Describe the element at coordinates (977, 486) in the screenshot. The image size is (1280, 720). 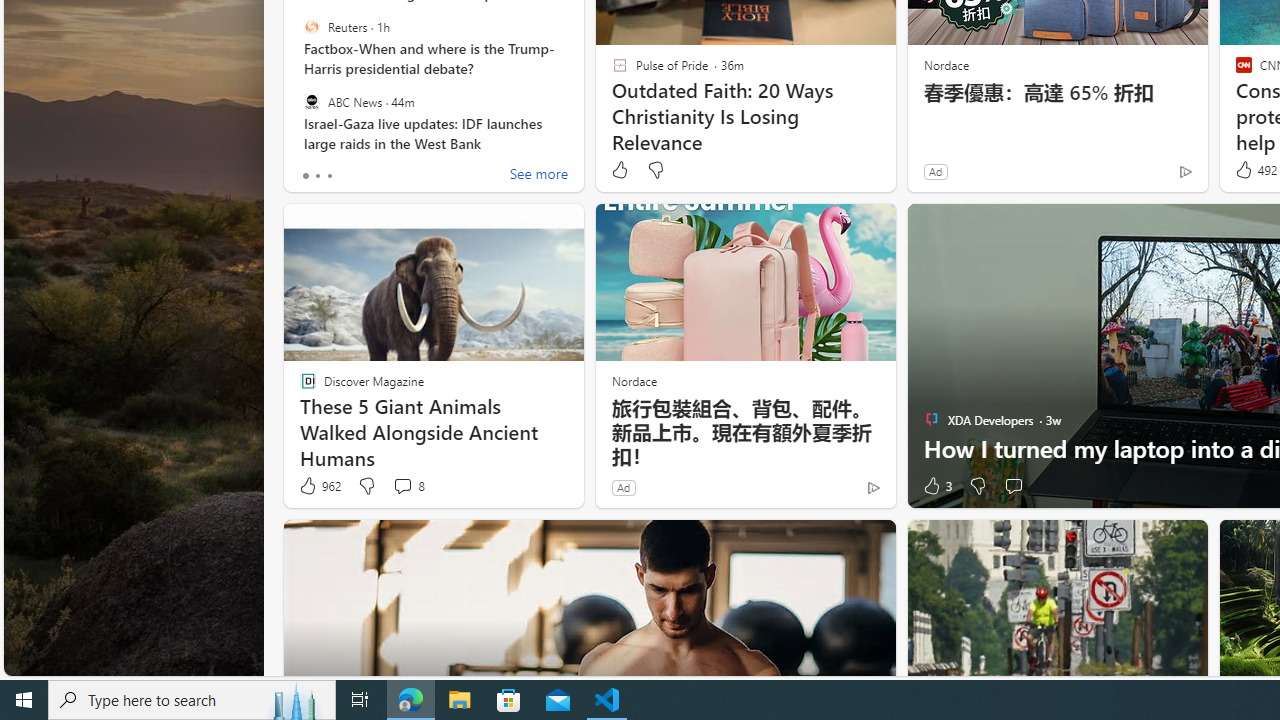
I see `'Dislike'` at that location.